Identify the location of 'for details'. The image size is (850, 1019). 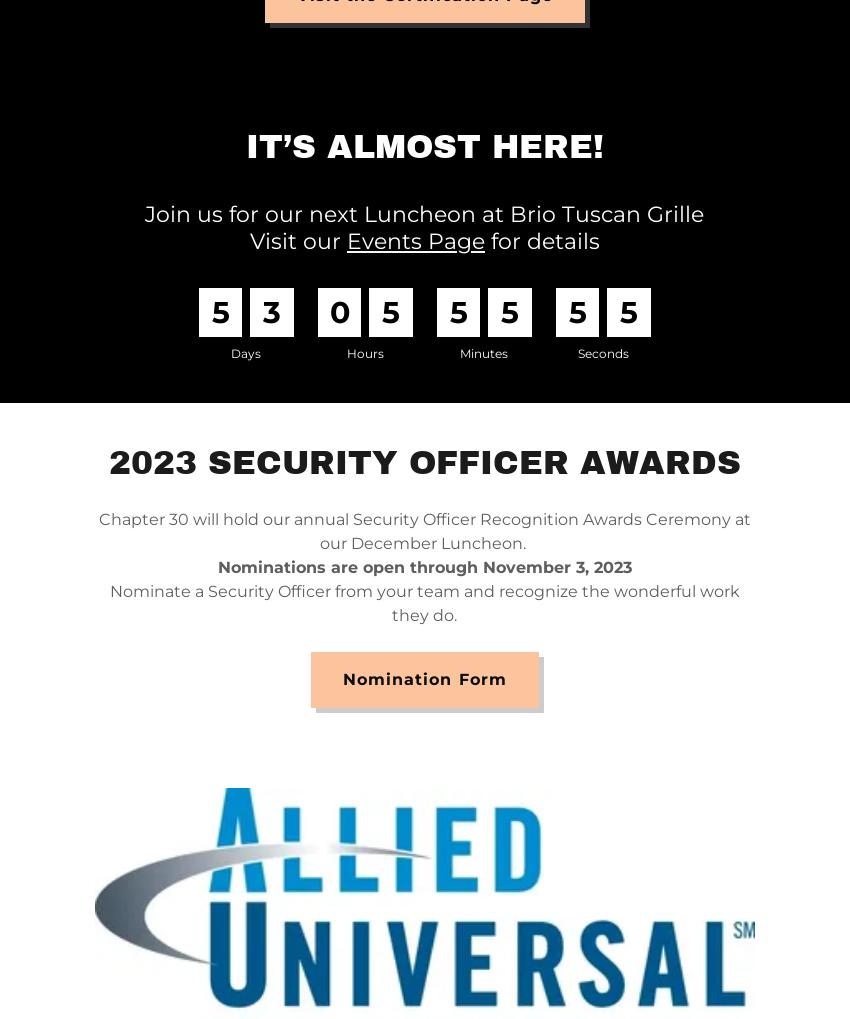
(540, 241).